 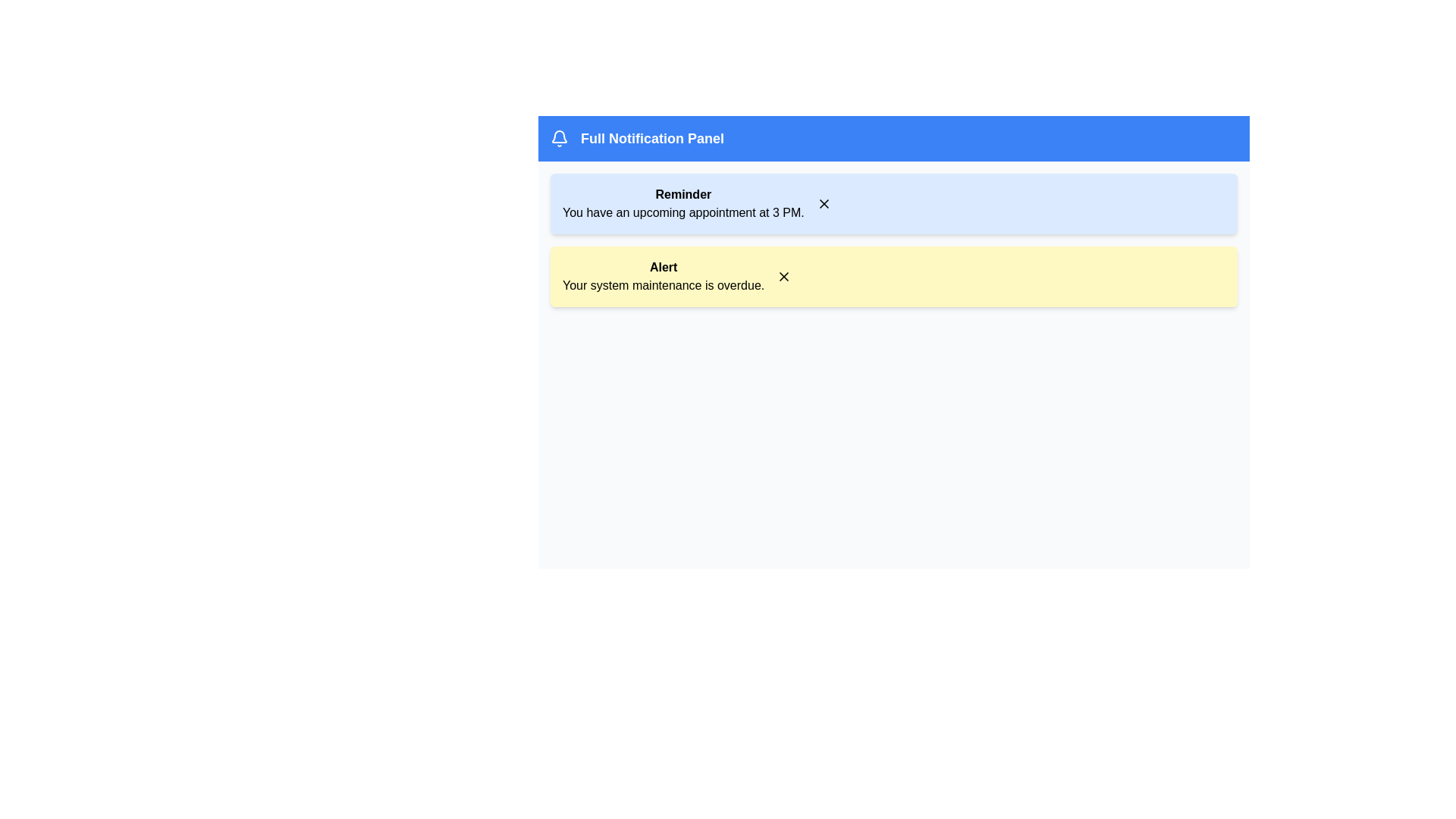 What do you see at coordinates (664, 286) in the screenshot?
I see `descriptive text of the alert notification located below the 'Alert' title within the yellow notification box, centered horizontally` at bounding box center [664, 286].